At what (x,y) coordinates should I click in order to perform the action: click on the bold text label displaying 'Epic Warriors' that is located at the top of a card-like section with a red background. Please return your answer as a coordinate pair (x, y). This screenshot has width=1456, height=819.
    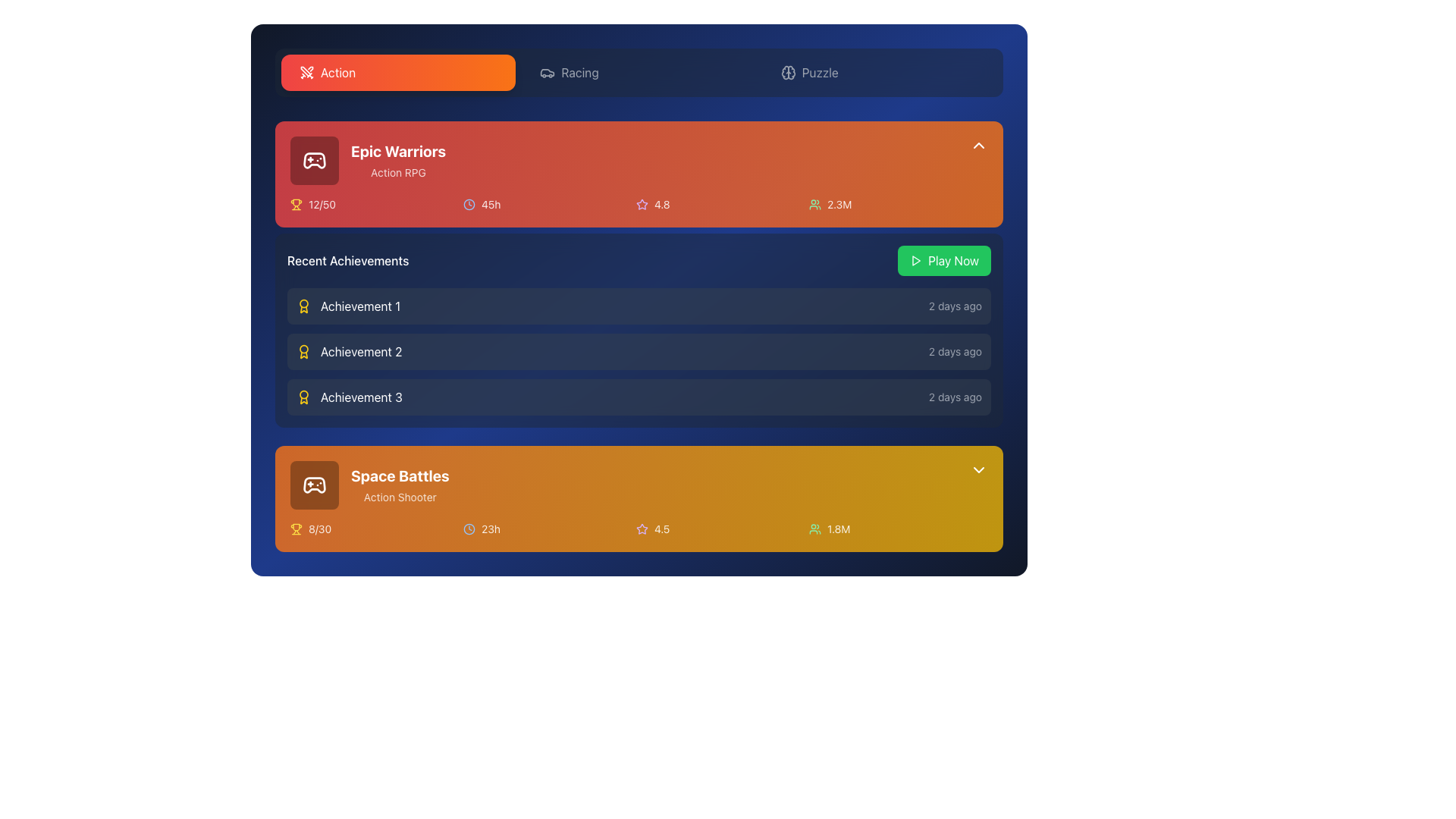
    Looking at the image, I should click on (398, 152).